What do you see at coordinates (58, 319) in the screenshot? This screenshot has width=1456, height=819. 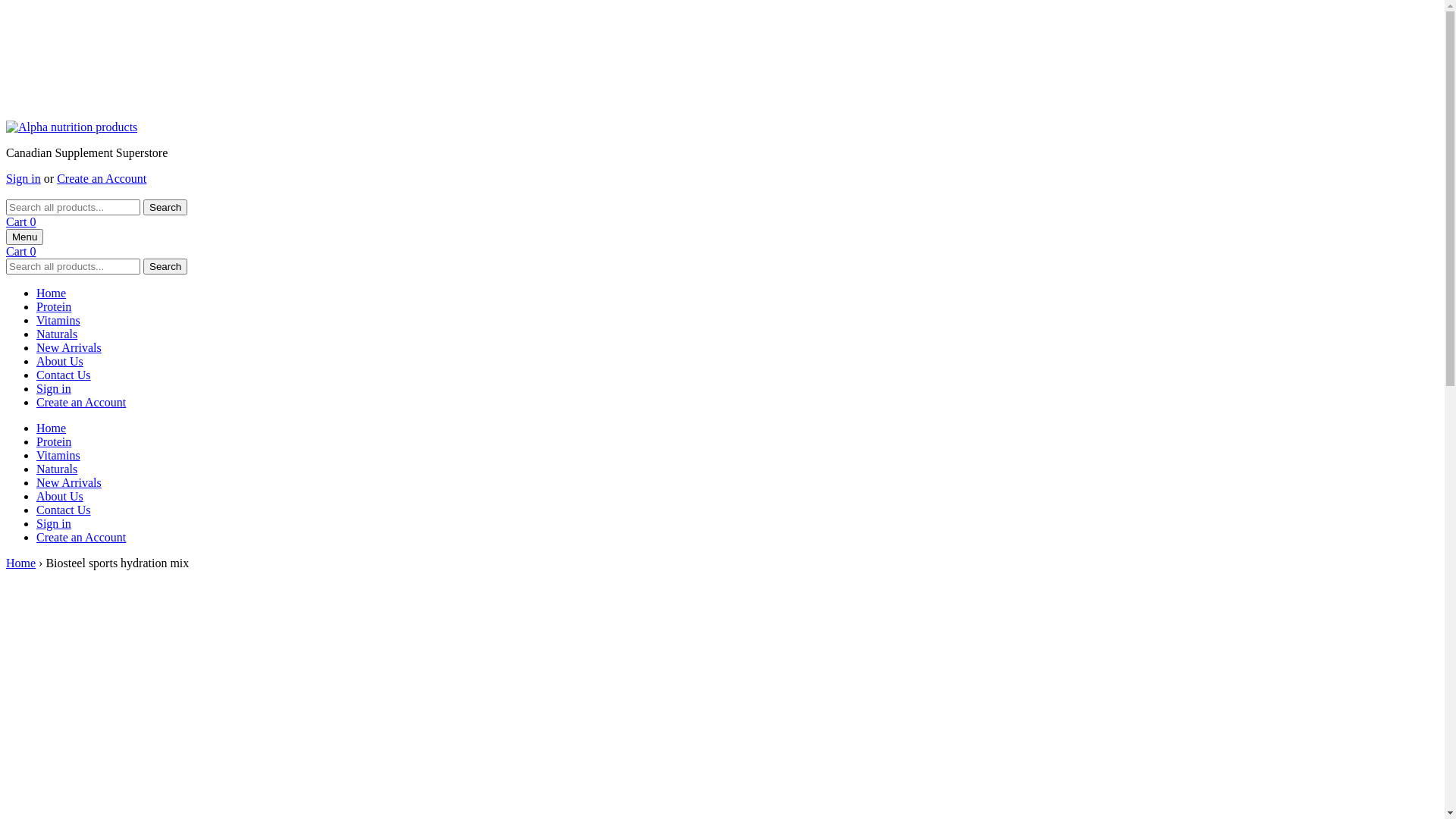 I see `'Vitamins'` at bounding box center [58, 319].